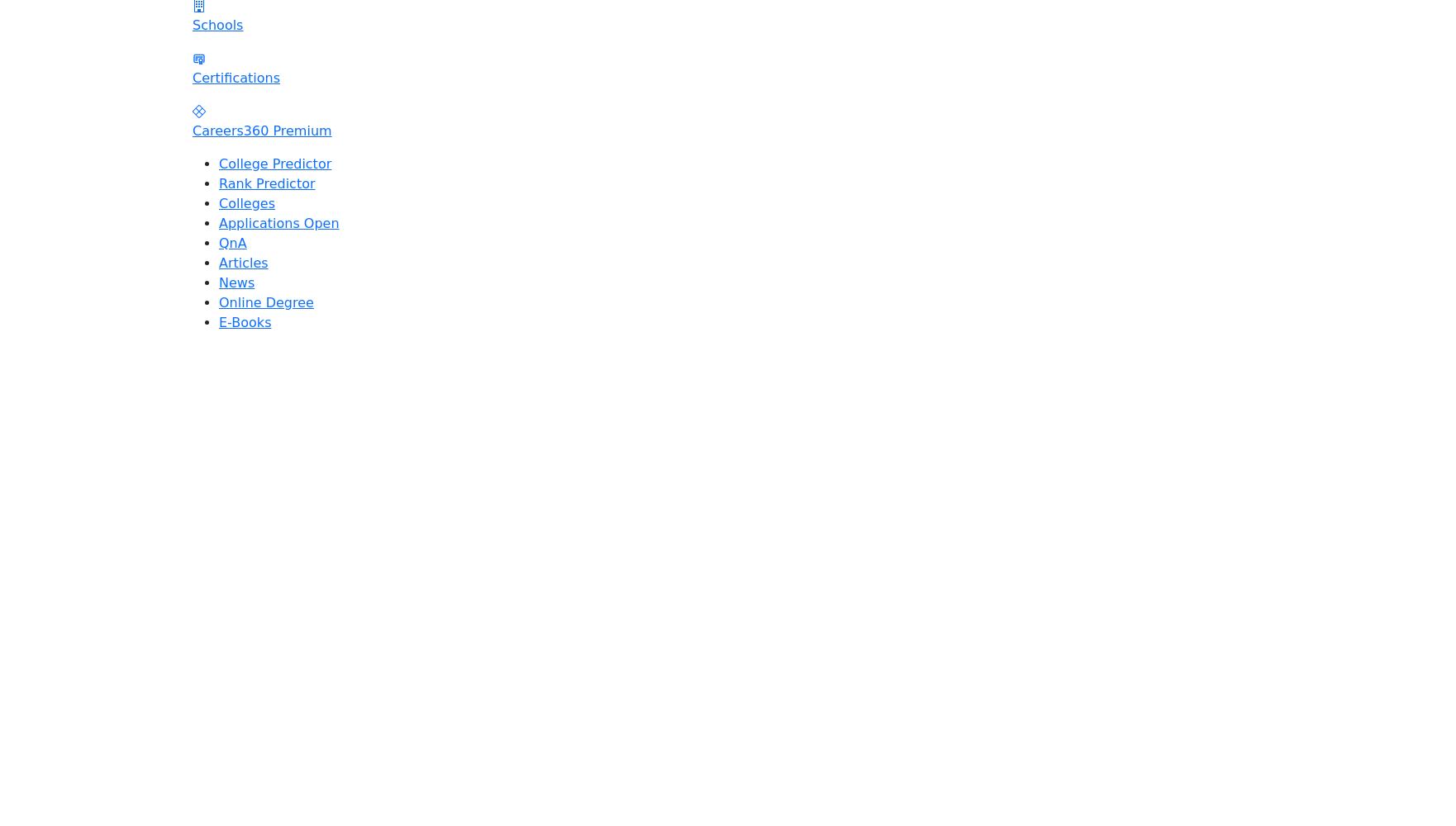 The image size is (1456, 826). What do you see at coordinates (192, 130) in the screenshot?
I see `'Careers360 Premium'` at bounding box center [192, 130].